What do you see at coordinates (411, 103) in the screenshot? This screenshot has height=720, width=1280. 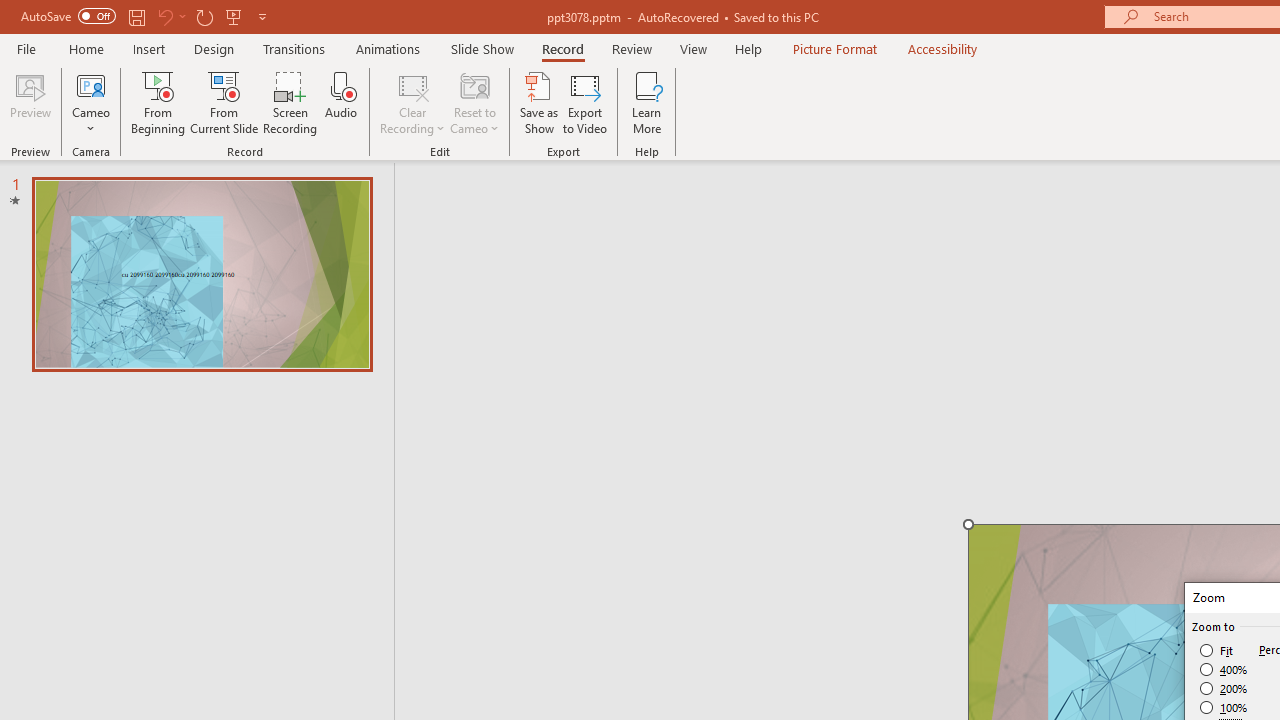 I see `'Clear Recording'` at bounding box center [411, 103].